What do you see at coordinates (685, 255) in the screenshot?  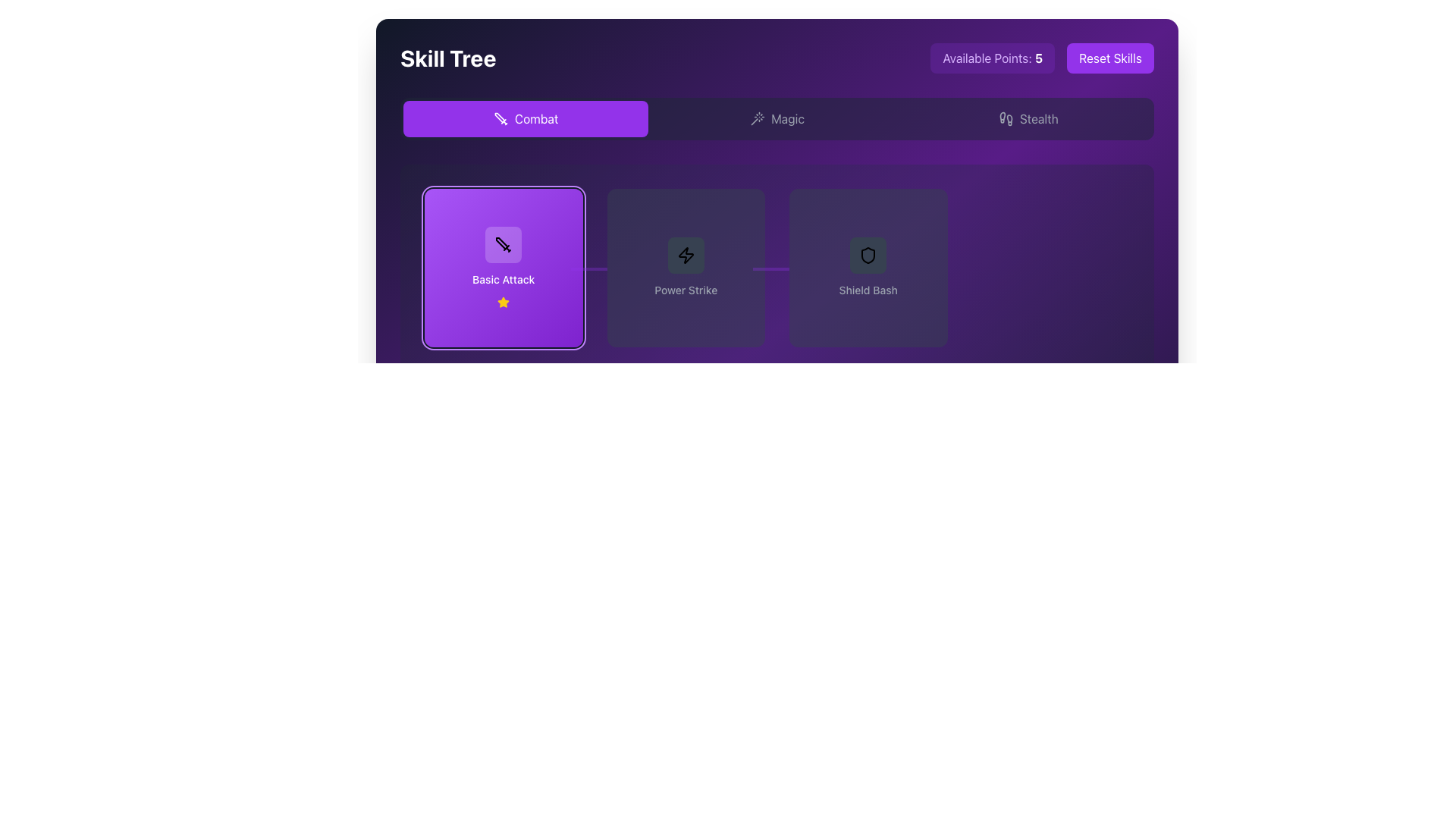 I see `the 'Power Strike' icon button` at bounding box center [685, 255].